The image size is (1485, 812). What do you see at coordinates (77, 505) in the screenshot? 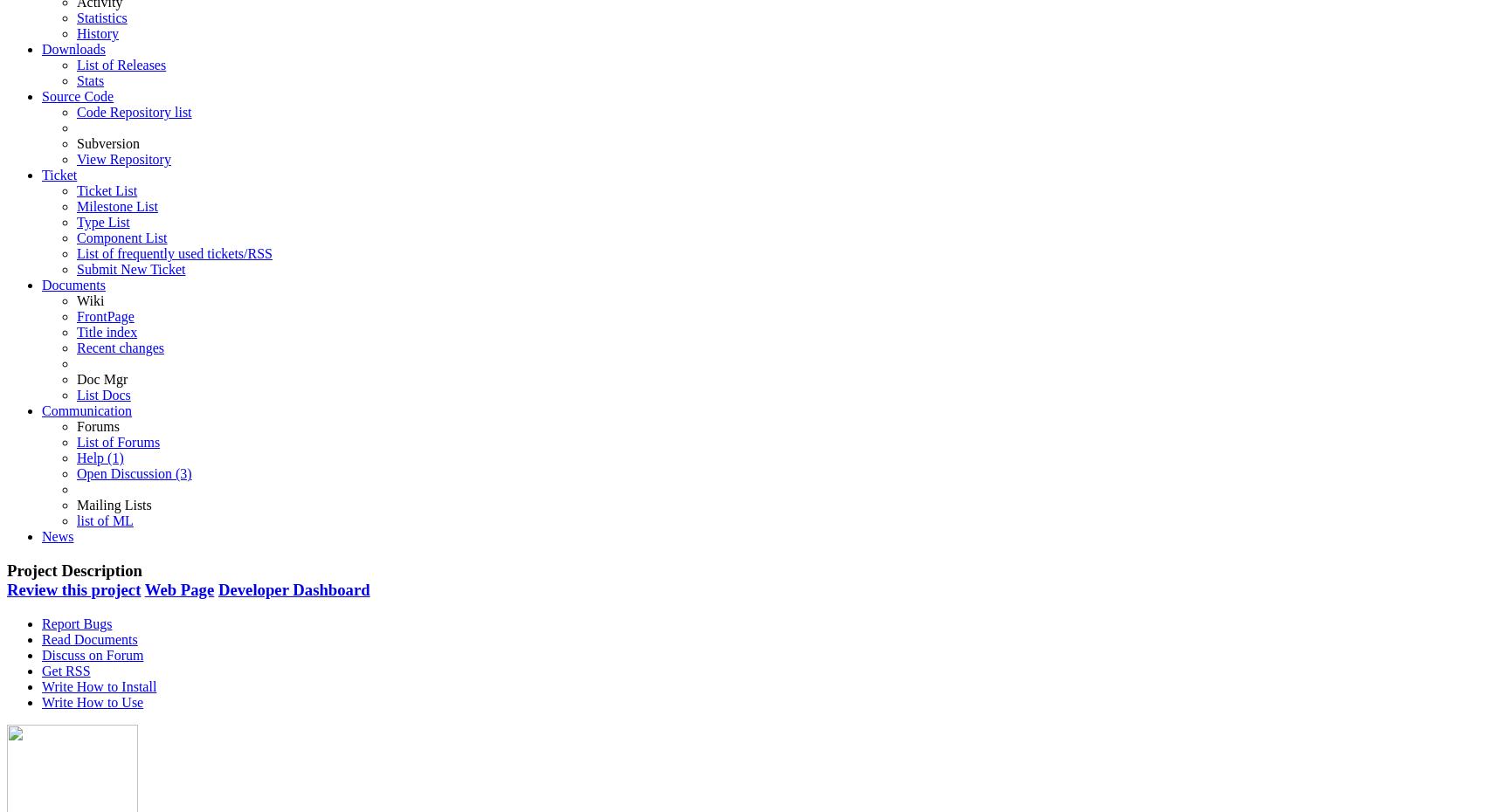
I see `'Mailing Lists'` at bounding box center [77, 505].